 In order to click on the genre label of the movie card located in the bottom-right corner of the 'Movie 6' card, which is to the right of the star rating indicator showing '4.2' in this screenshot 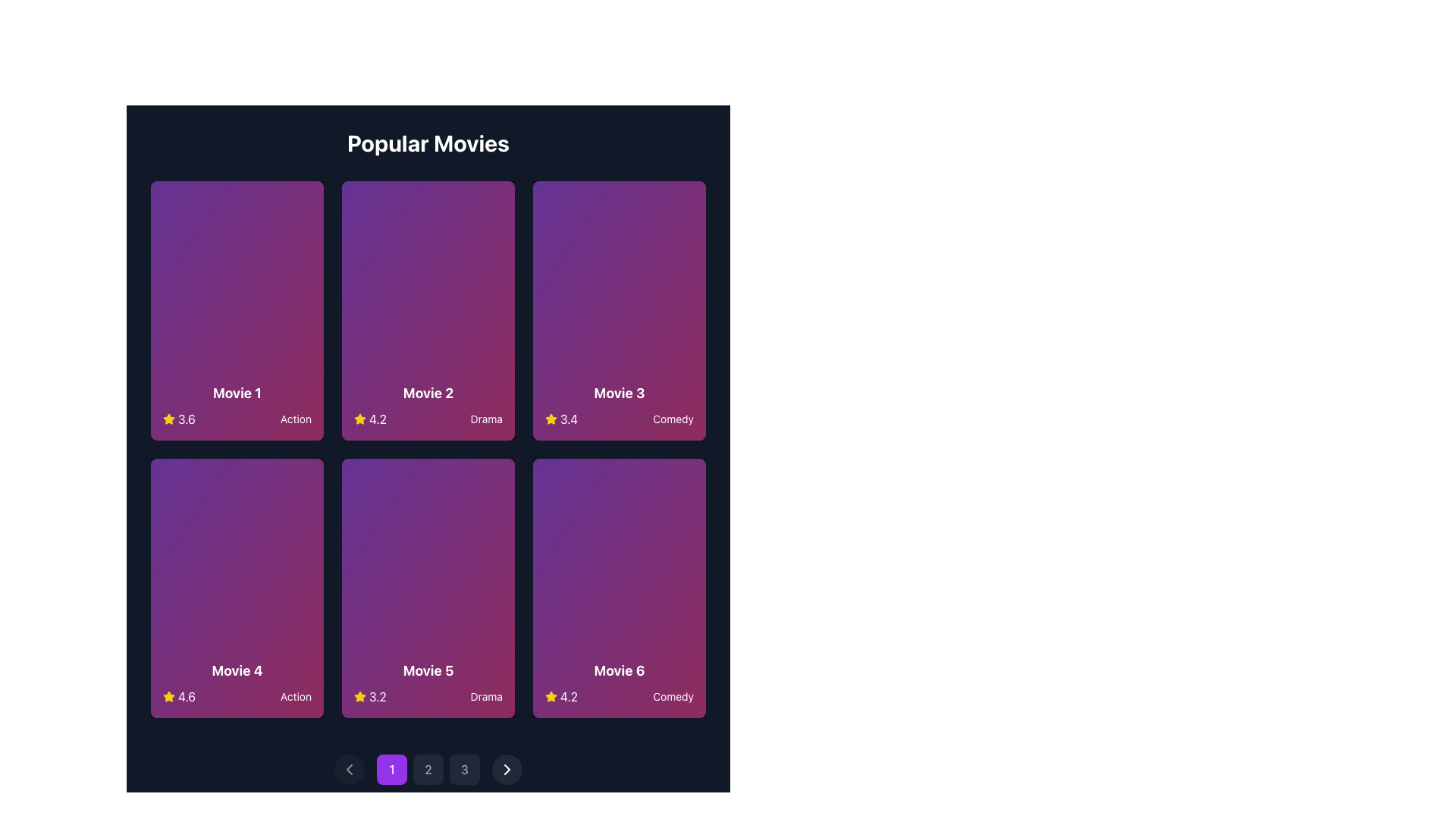, I will do `click(673, 696)`.